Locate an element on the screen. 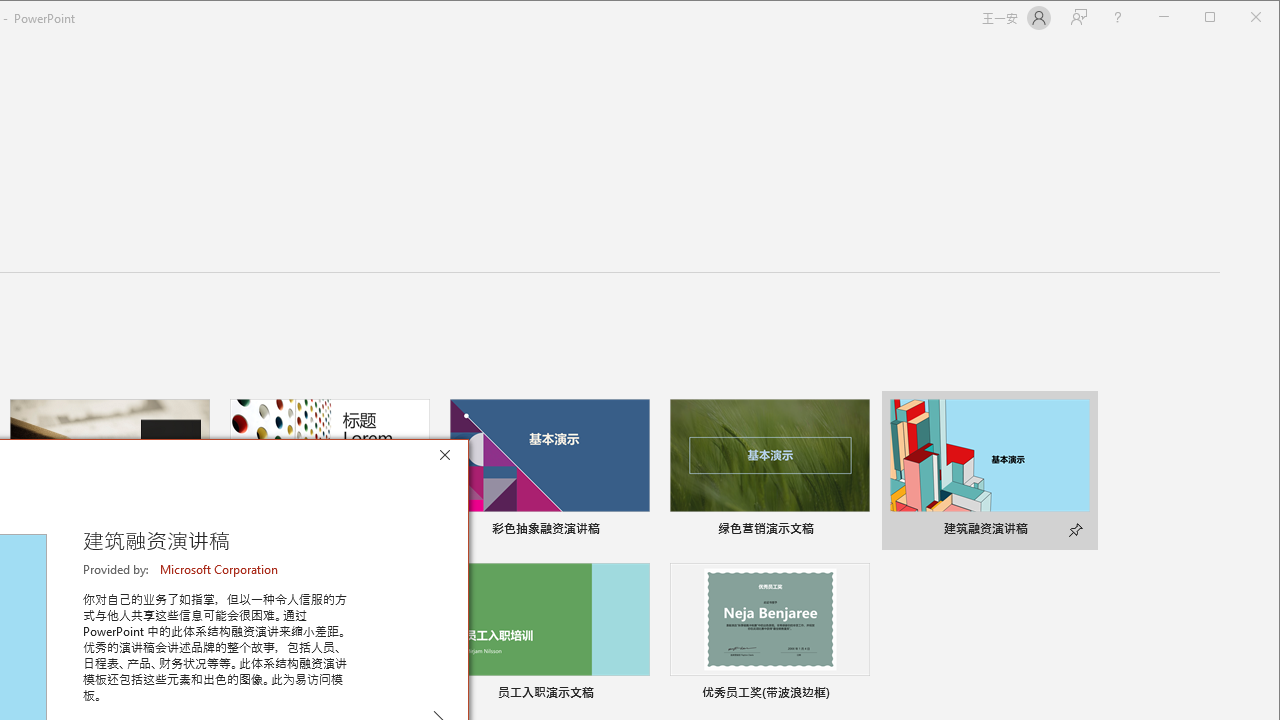 Image resolution: width=1280 pixels, height=720 pixels. 'Microsoft Corporation' is located at coordinates (220, 569).